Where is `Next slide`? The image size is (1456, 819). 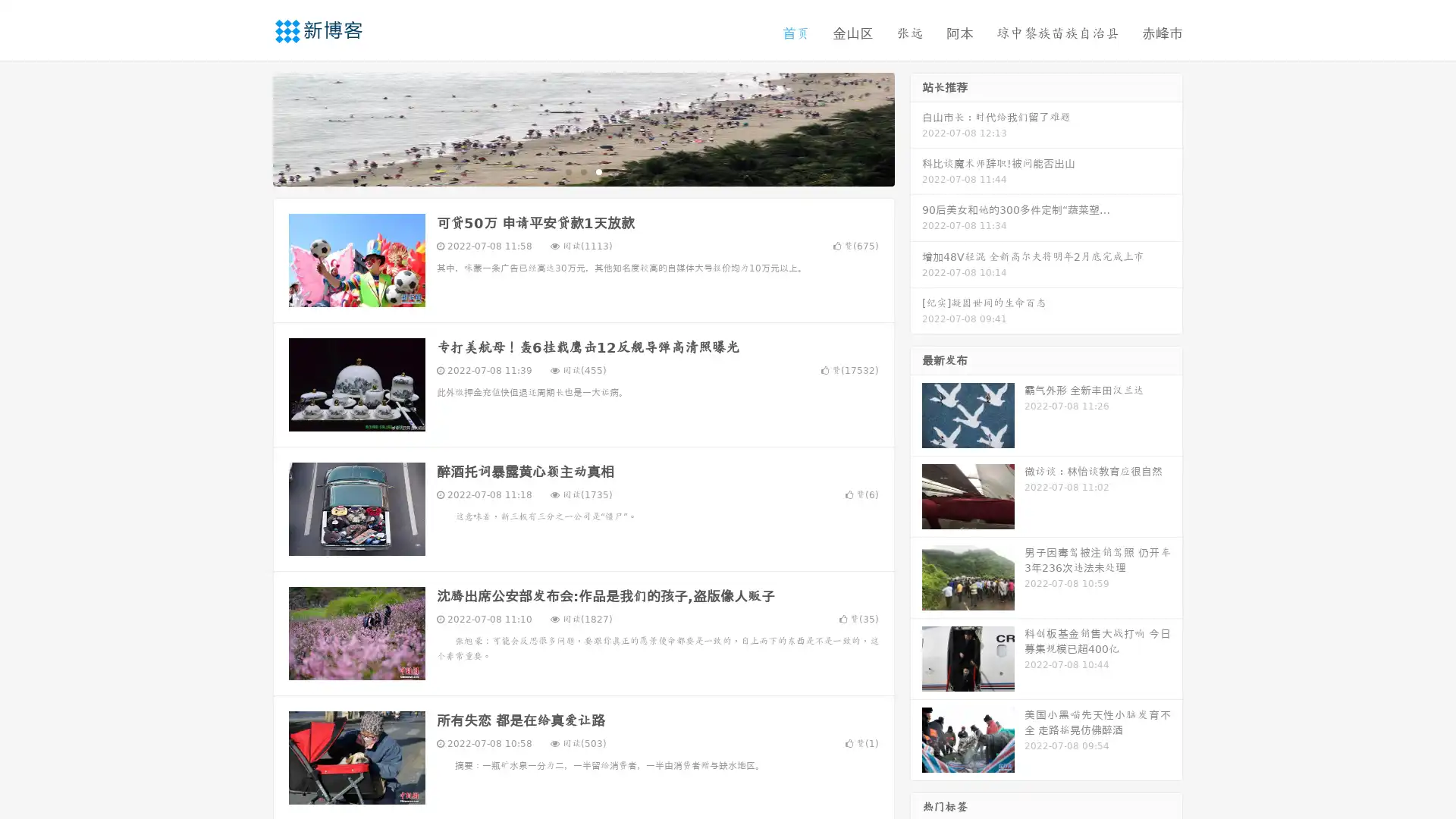
Next slide is located at coordinates (916, 127).